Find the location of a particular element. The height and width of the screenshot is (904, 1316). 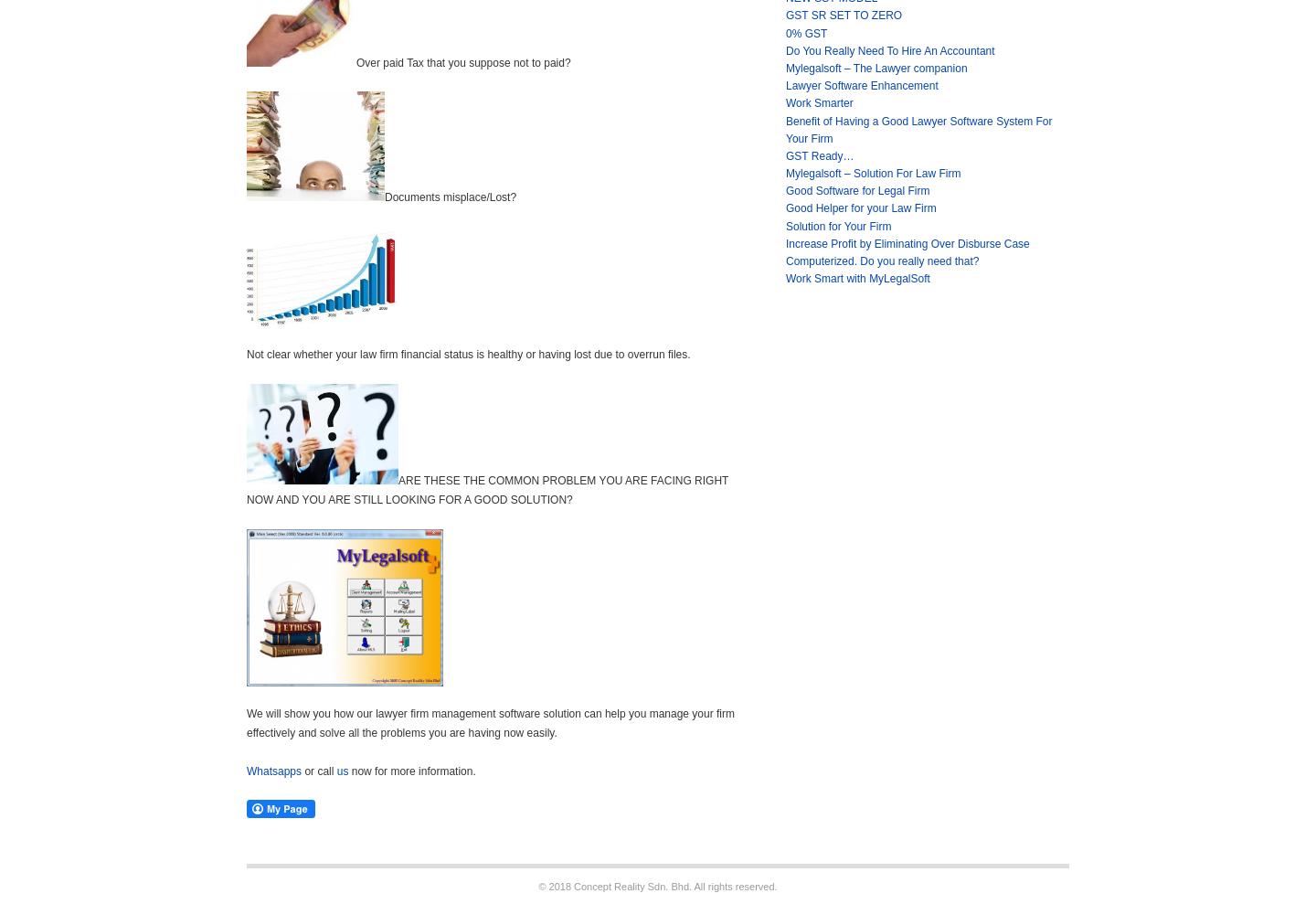

'Over paid Tax that you suppose not to paid?' is located at coordinates (462, 62).